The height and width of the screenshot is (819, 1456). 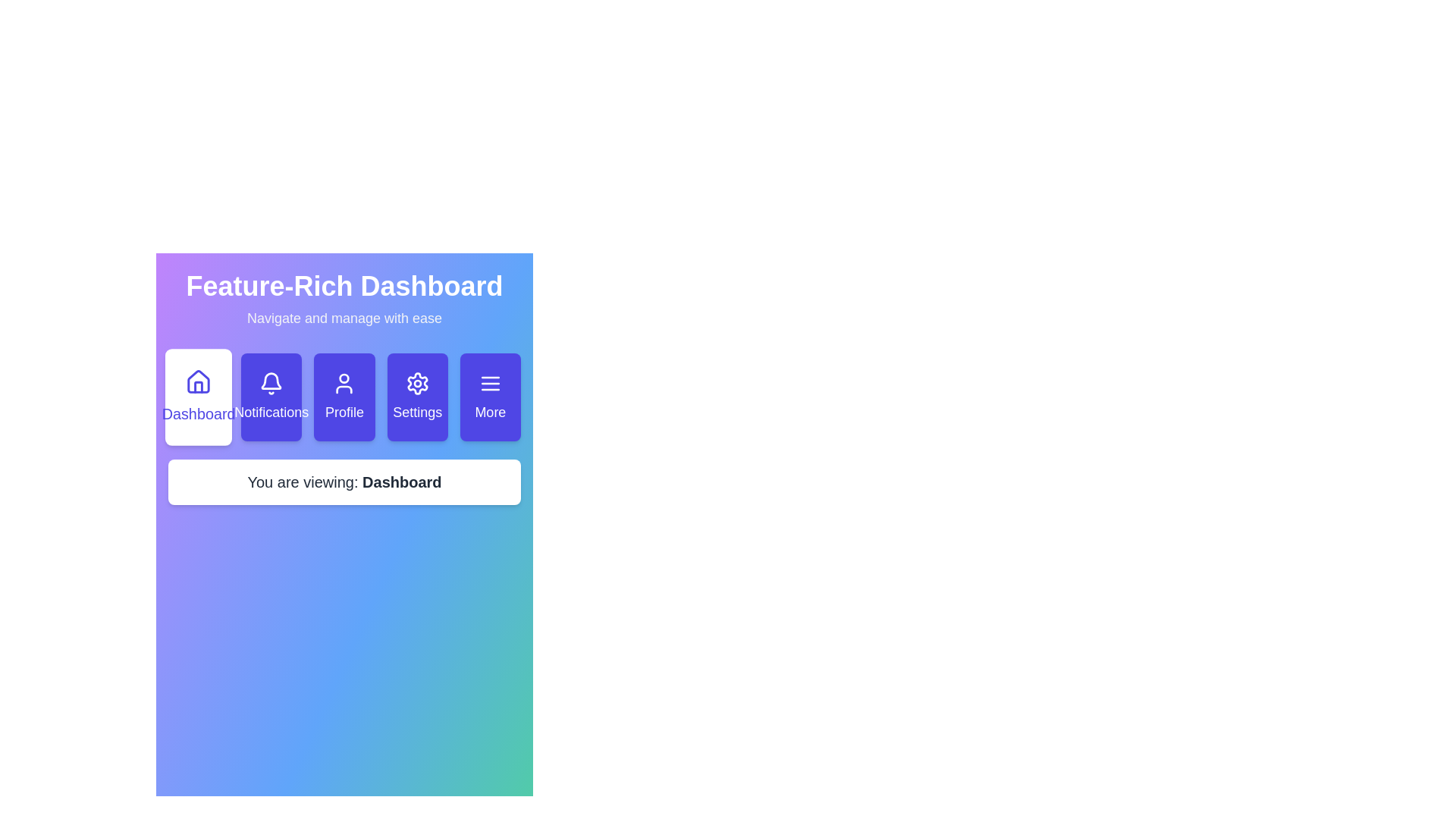 What do you see at coordinates (198, 381) in the screenshot?
I see `the 'Dashboard' icon located at the top-left of the navigation bar` at bounding box center [198, 381].